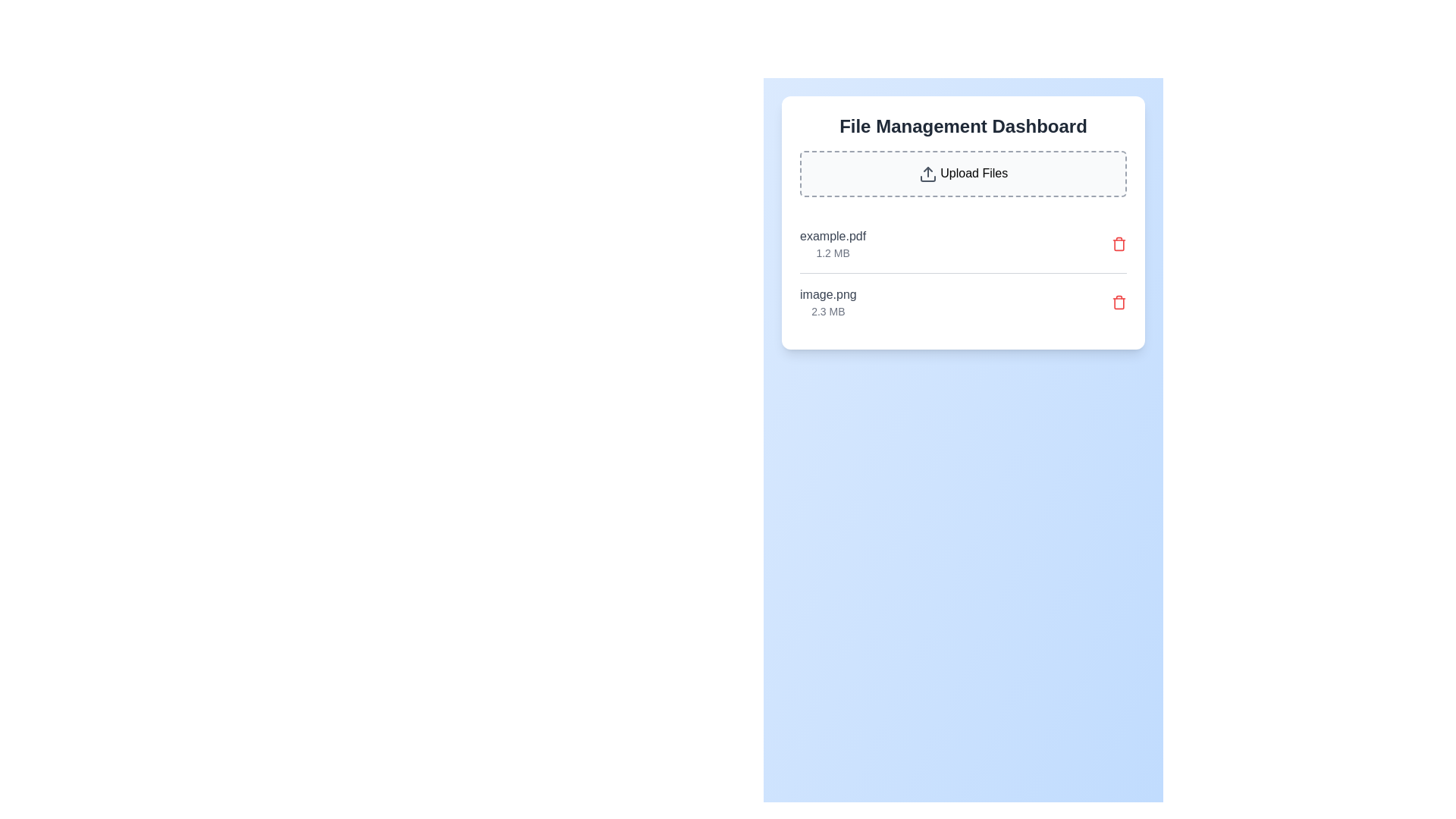 This screenshot has width=1456, height=819. I want to click on the surrounding area of the text display showing the file name 'image.png' and size '2.3 MB', so click(827, 302).